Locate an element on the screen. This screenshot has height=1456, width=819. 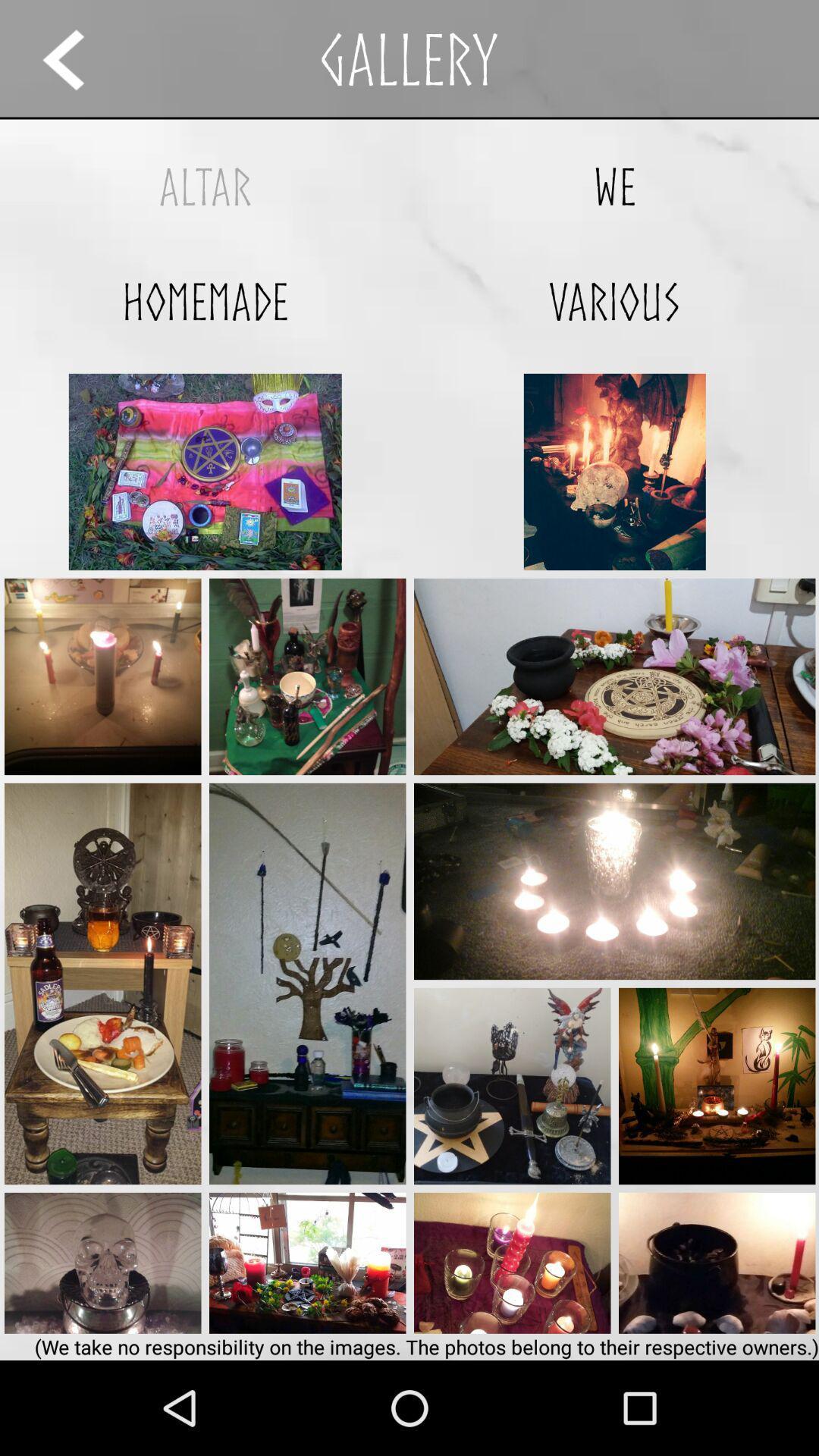
the icon to the left of the gallery item is located at coordinates (77, 59).